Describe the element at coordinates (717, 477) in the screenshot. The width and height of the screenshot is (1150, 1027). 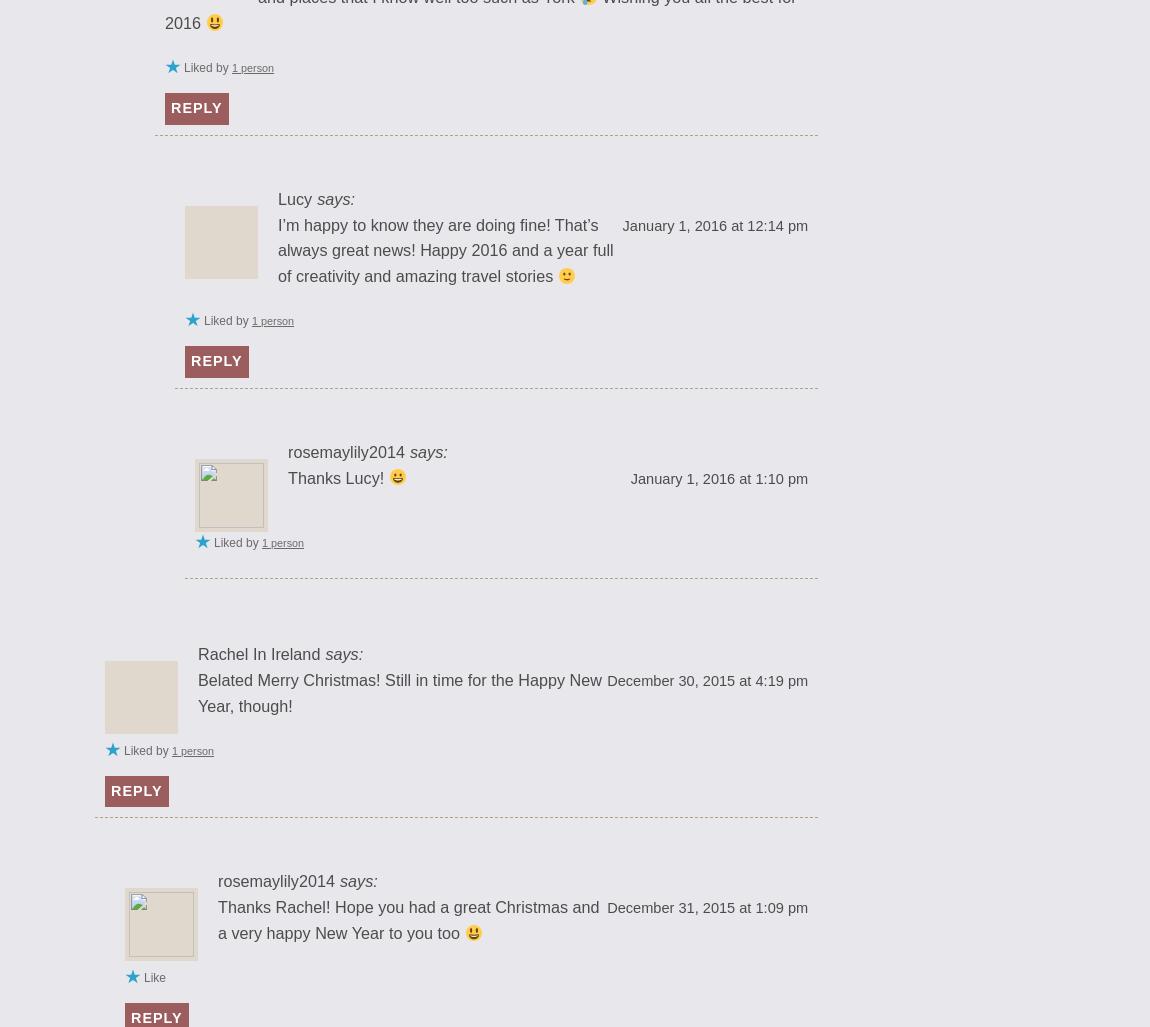
I see `'January 1, 2016 at 1:10 pm'` at that location.